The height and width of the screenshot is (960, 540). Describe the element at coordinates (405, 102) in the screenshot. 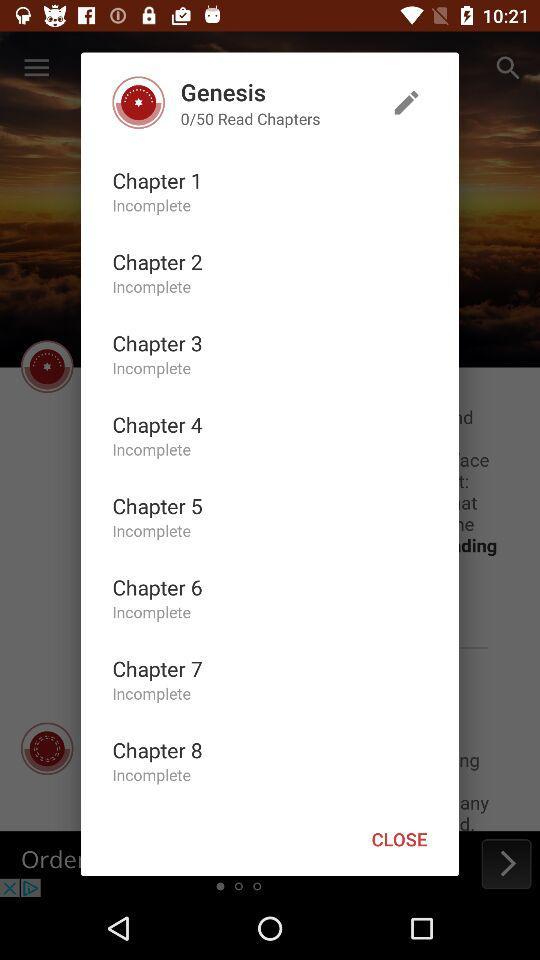

I see `edit the settings edit the selection settings` at that location.